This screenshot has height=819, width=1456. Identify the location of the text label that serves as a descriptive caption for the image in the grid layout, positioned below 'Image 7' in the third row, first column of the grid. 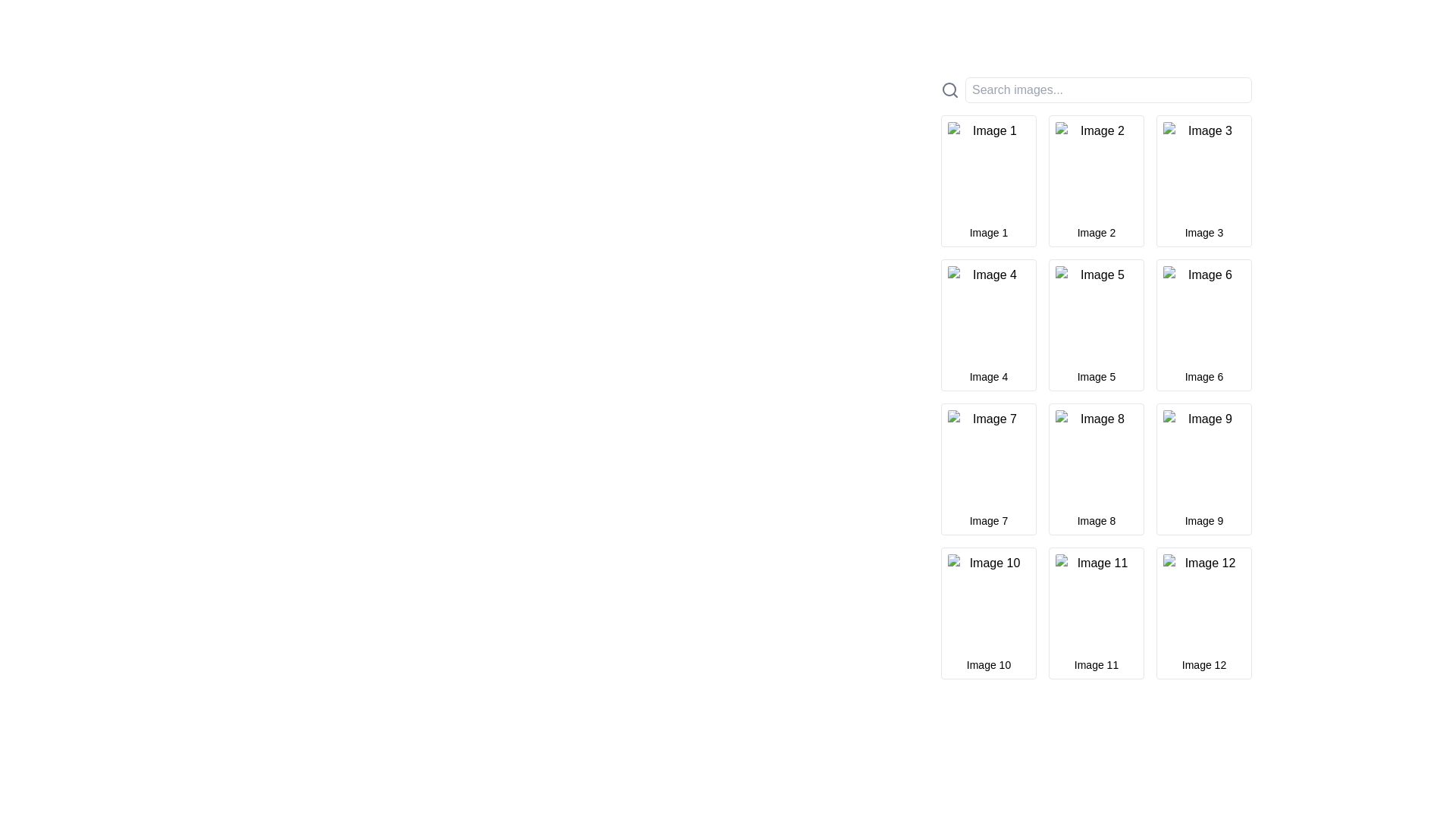
(989, 519).